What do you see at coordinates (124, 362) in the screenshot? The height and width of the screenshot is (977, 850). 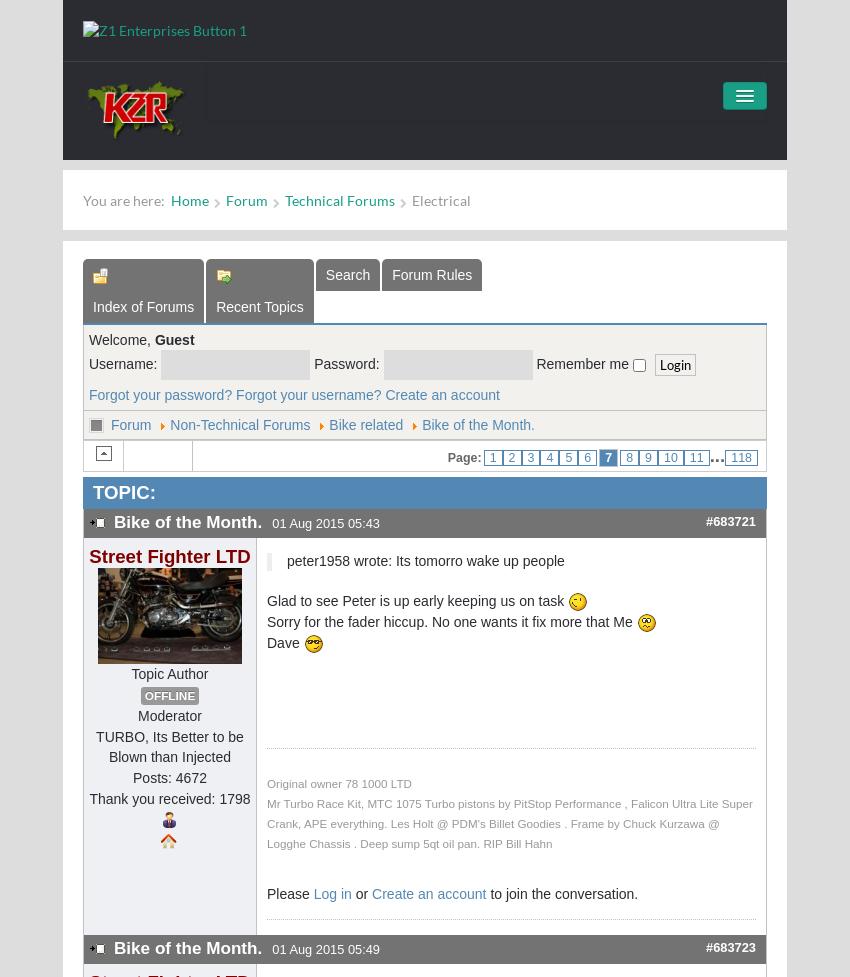 I see `'Username:'` at bounding box center [124, 362].